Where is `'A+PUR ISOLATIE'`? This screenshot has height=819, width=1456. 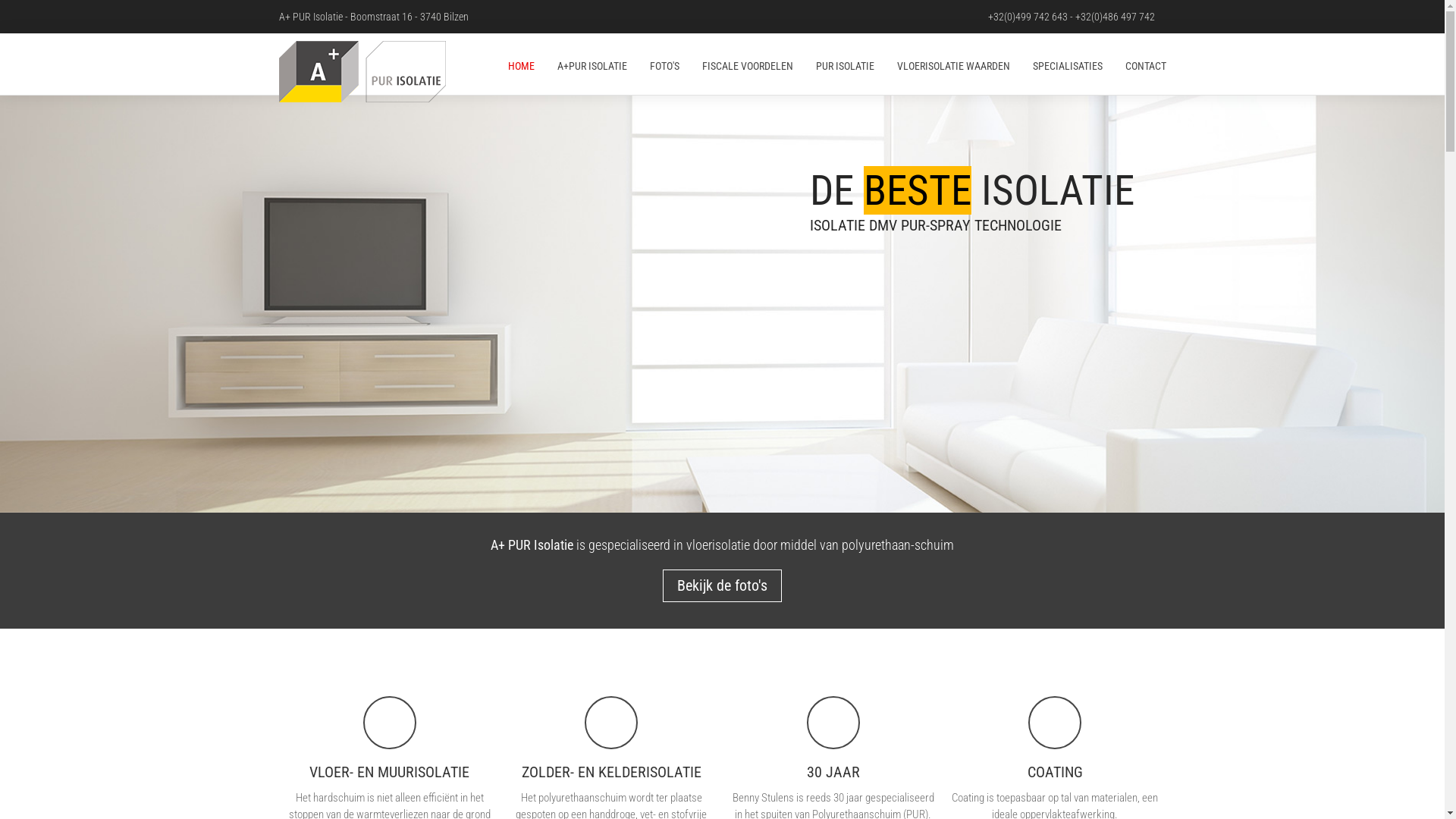
'A+PUR ISOLATIE' is located at coordinates (591, 63).